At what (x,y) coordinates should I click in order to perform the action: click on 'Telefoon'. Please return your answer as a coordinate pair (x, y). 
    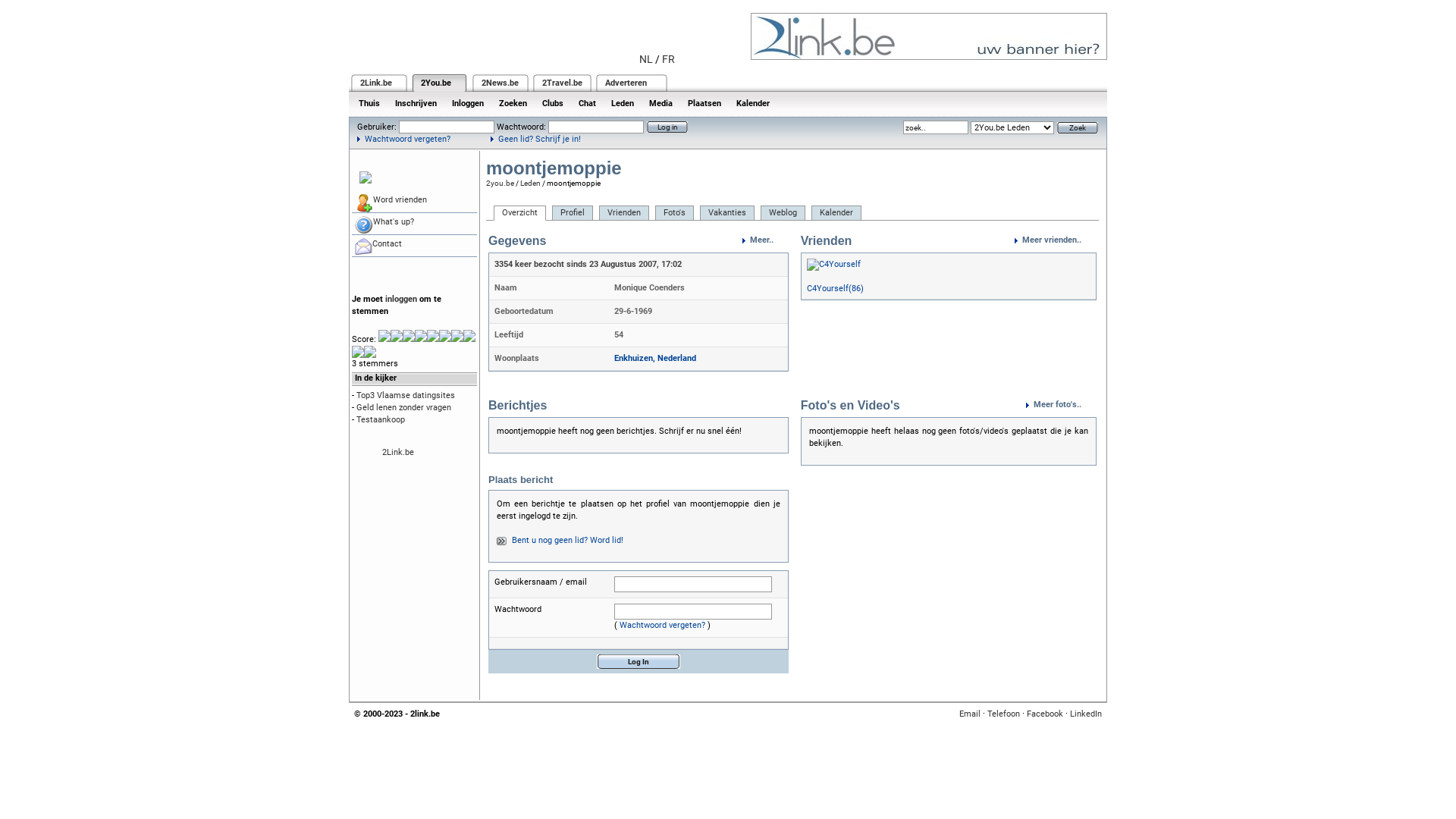
    Looking at the image, I should click on (1003, 714).